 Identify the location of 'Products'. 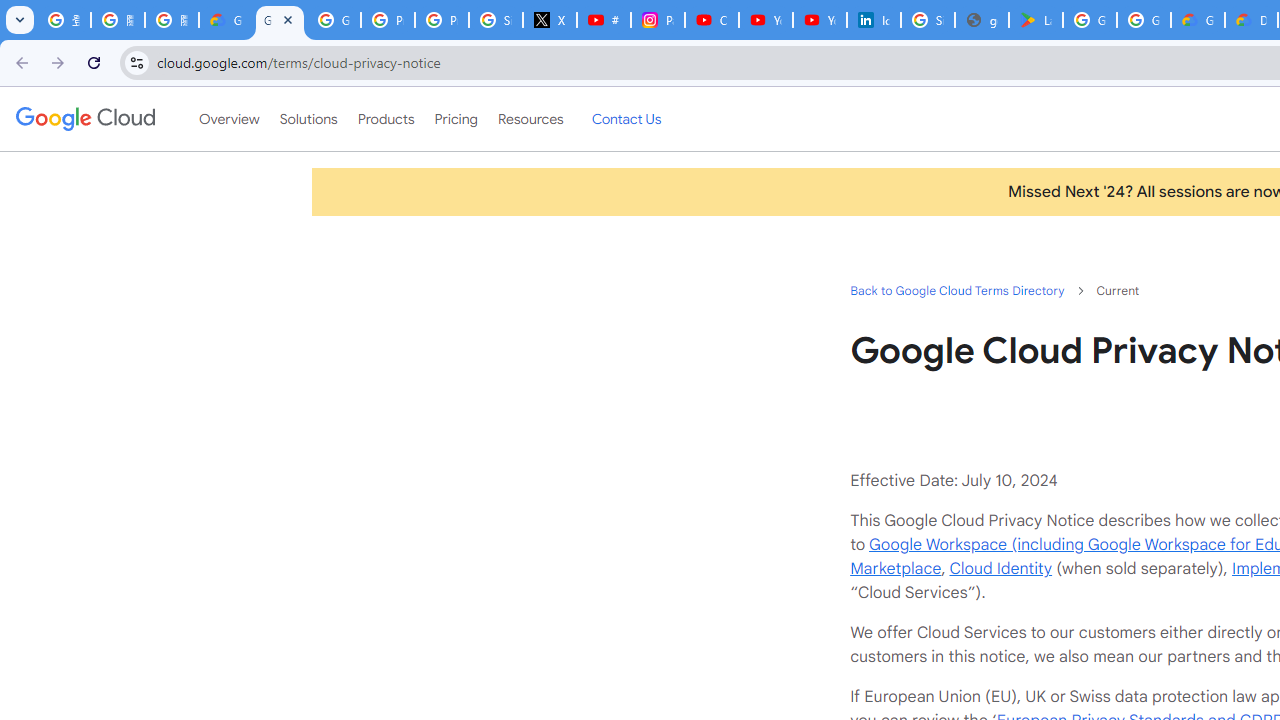
(385, 119).